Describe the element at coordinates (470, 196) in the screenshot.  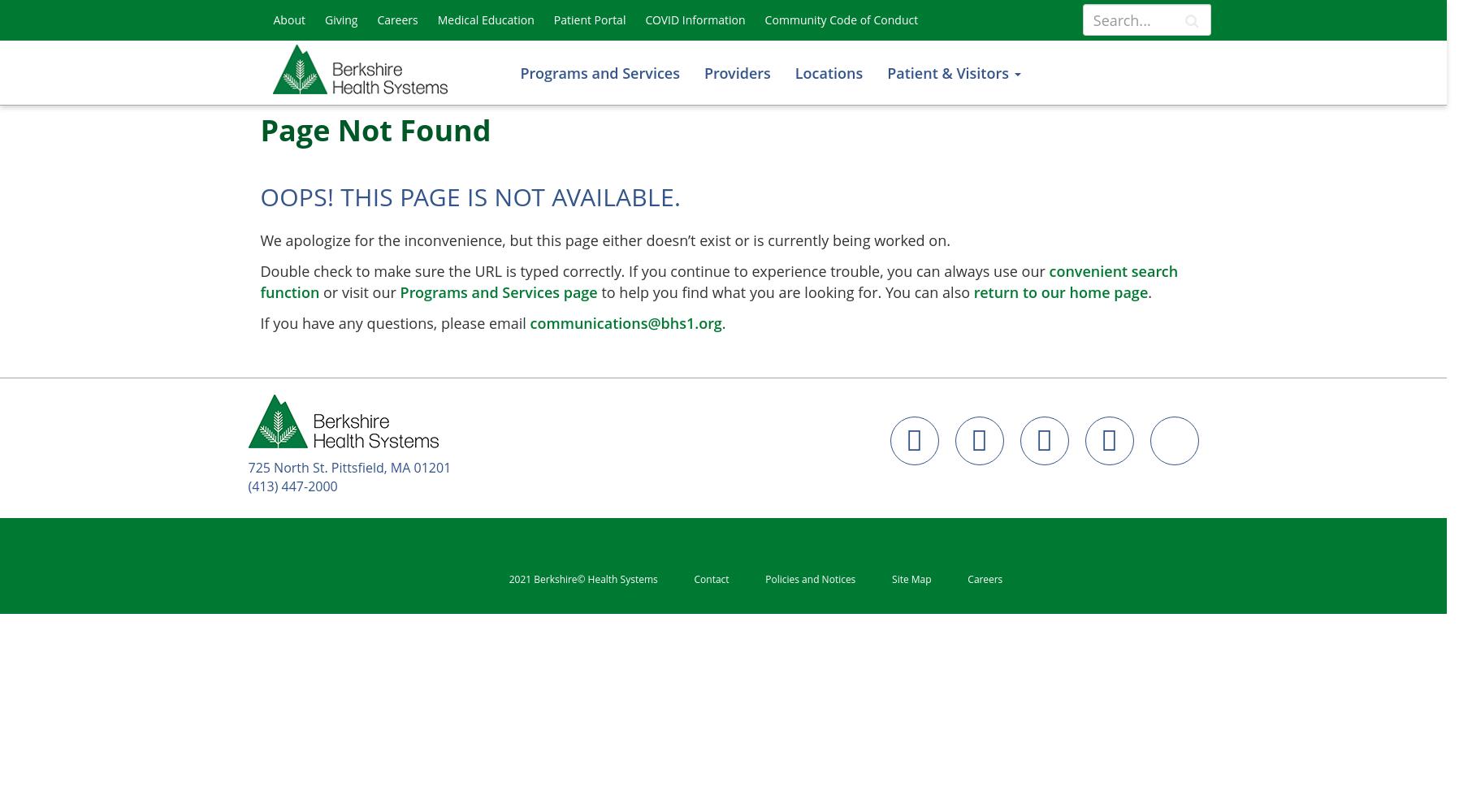
I see `'Oops! This page is not available.'` at that location.